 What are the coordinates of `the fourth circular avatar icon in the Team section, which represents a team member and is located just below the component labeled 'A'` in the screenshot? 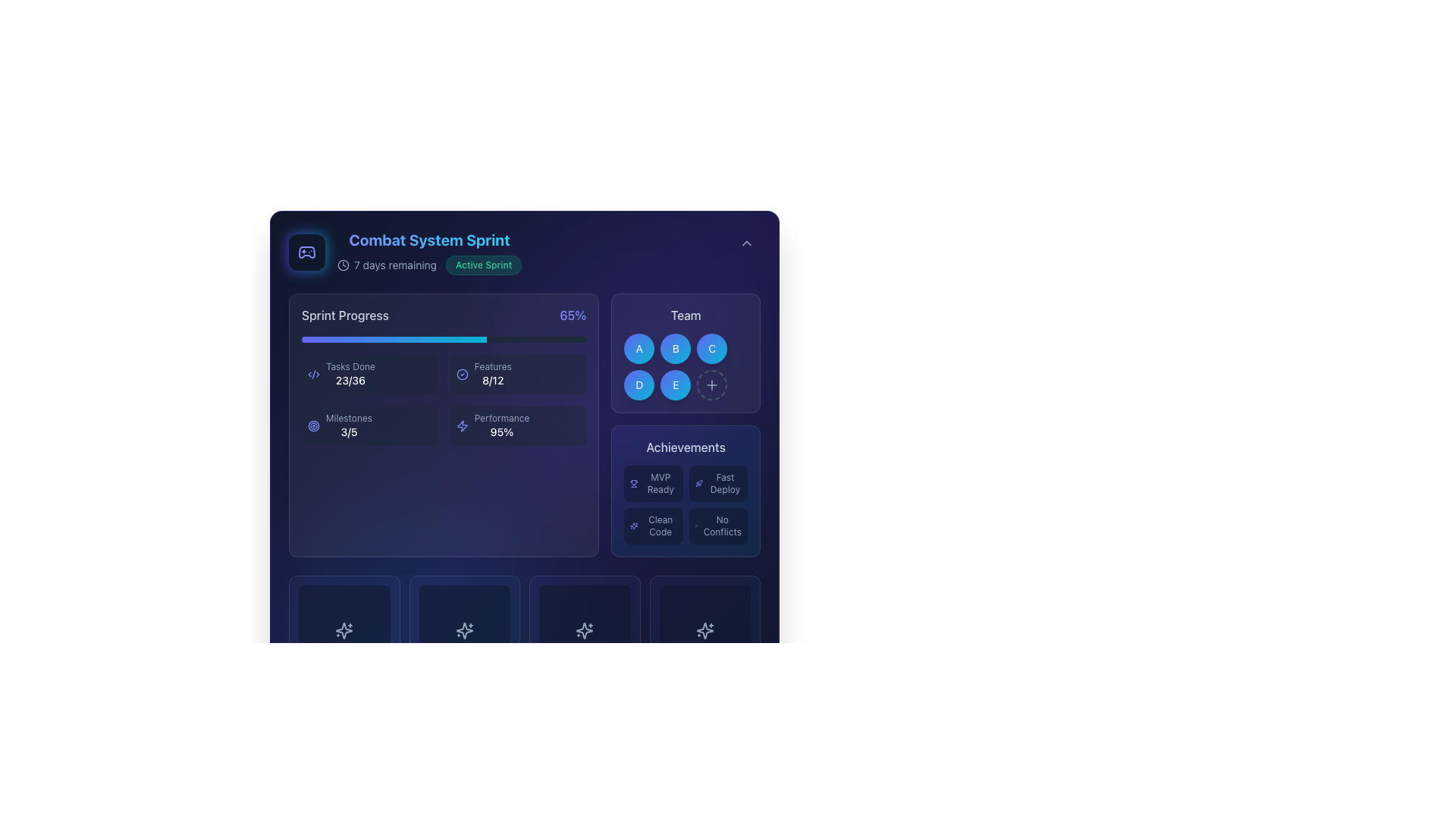 It's located at (639, 384).